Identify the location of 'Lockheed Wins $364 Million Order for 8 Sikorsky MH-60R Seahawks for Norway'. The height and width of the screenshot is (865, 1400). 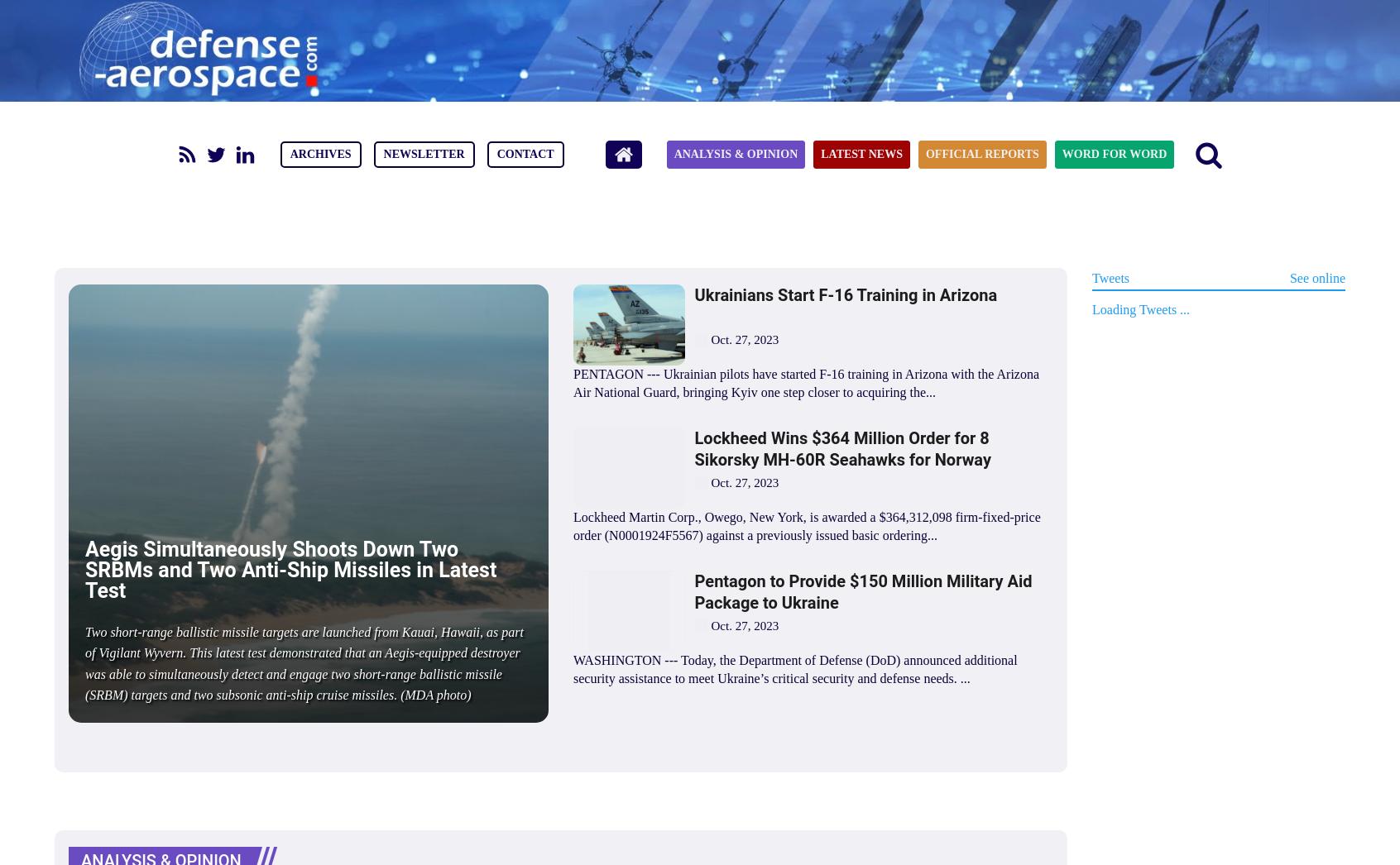
(694, 447).